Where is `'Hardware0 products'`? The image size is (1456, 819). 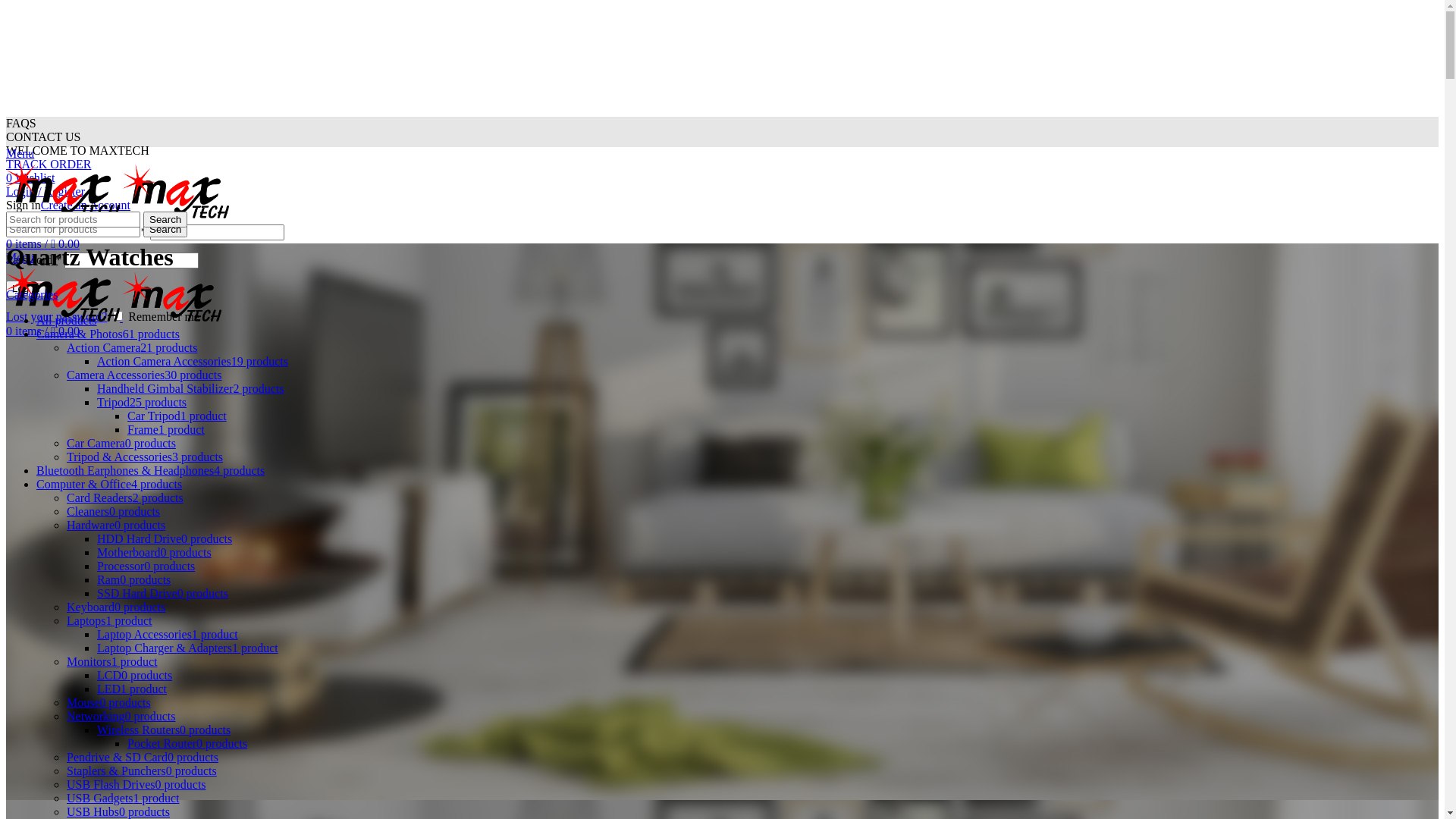 'Hardware0 products' is located at coordinates (115, 524).